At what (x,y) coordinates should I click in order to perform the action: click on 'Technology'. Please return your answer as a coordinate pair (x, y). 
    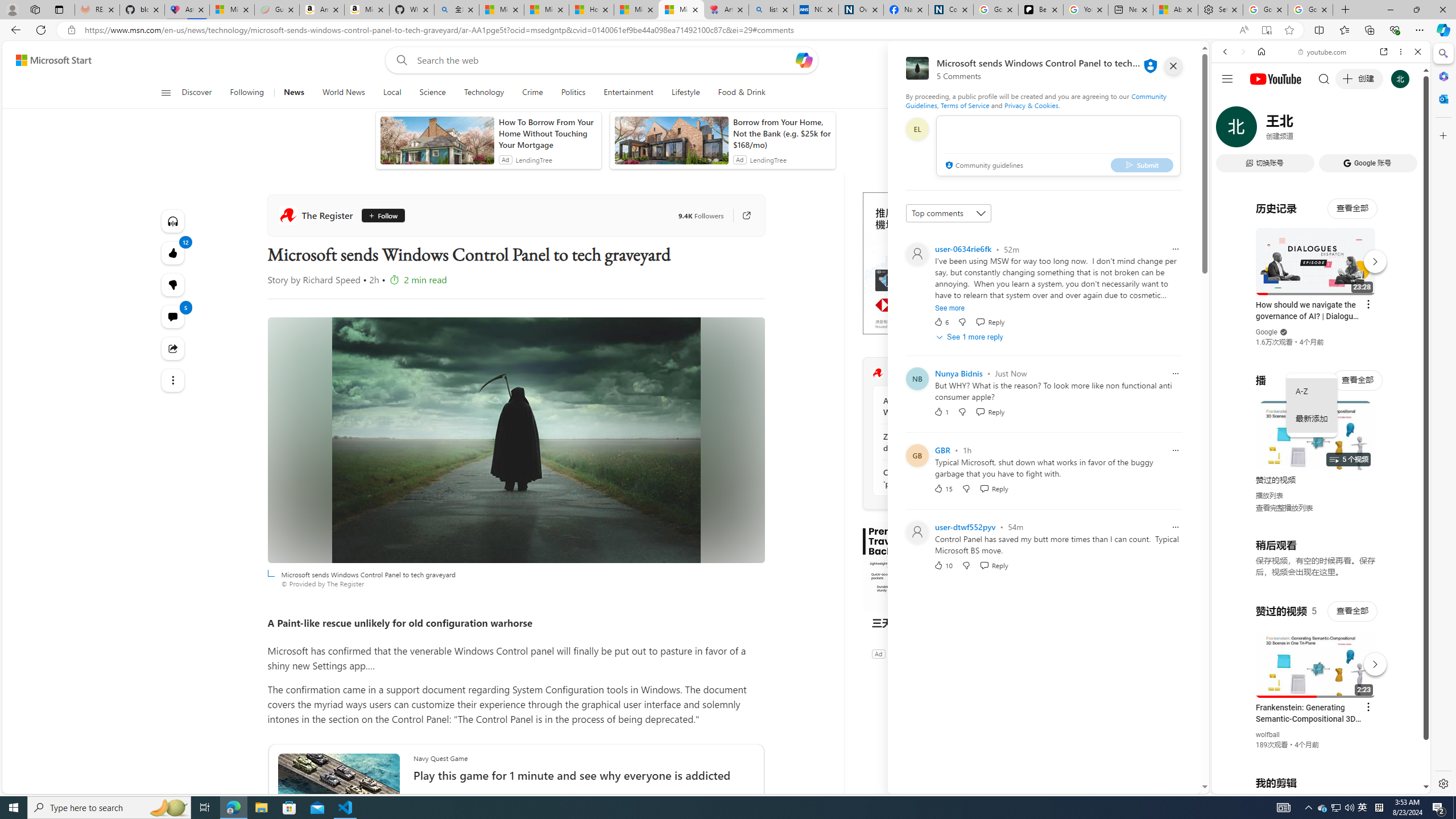
    Looking at the image, I should click on (484, 92).